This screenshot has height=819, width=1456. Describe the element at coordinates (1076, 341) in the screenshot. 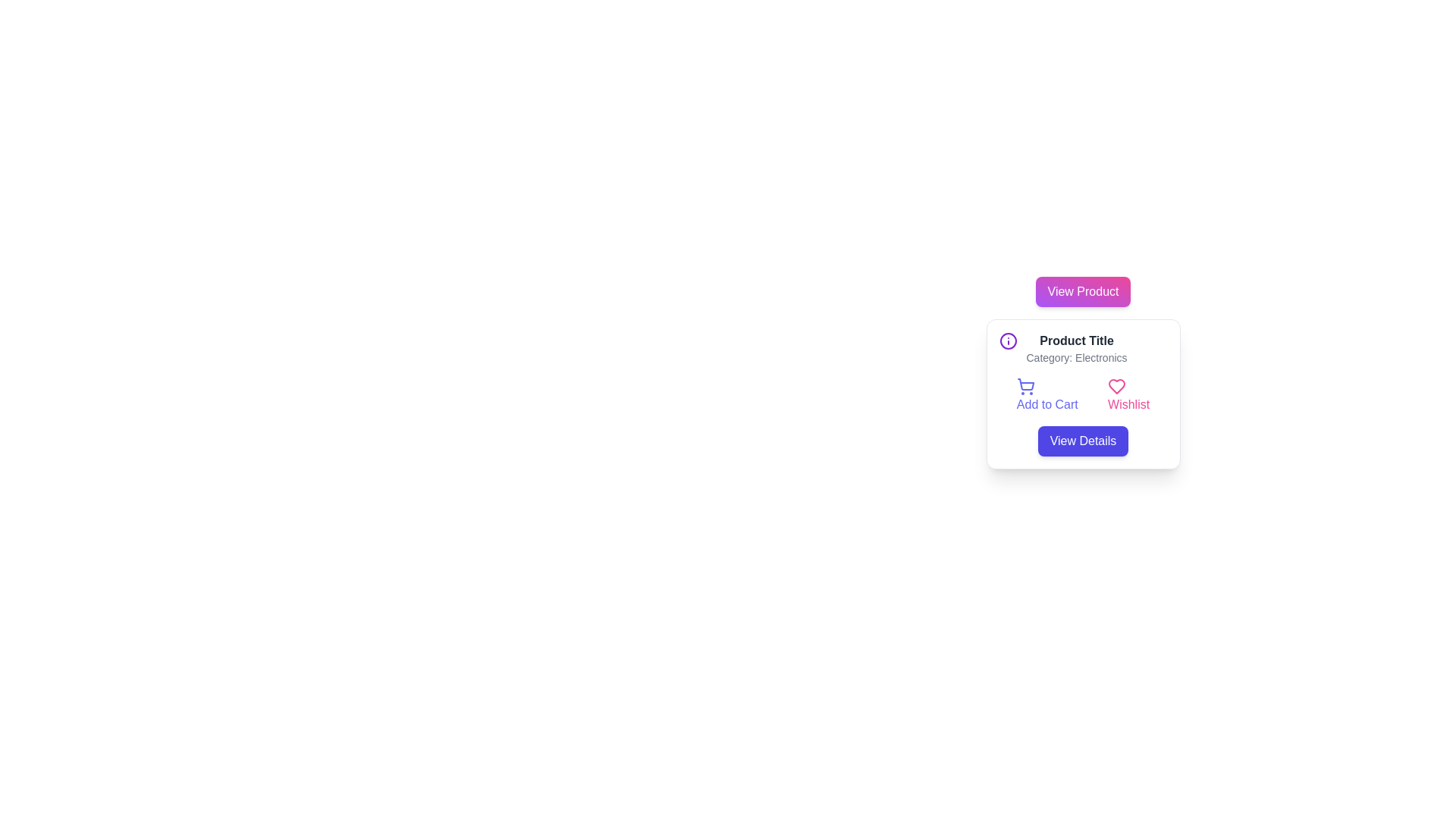

I see `the title text label located within the informational card, situated below the 'View Product' icon and above the 'Category: Electronics' text` at that location.